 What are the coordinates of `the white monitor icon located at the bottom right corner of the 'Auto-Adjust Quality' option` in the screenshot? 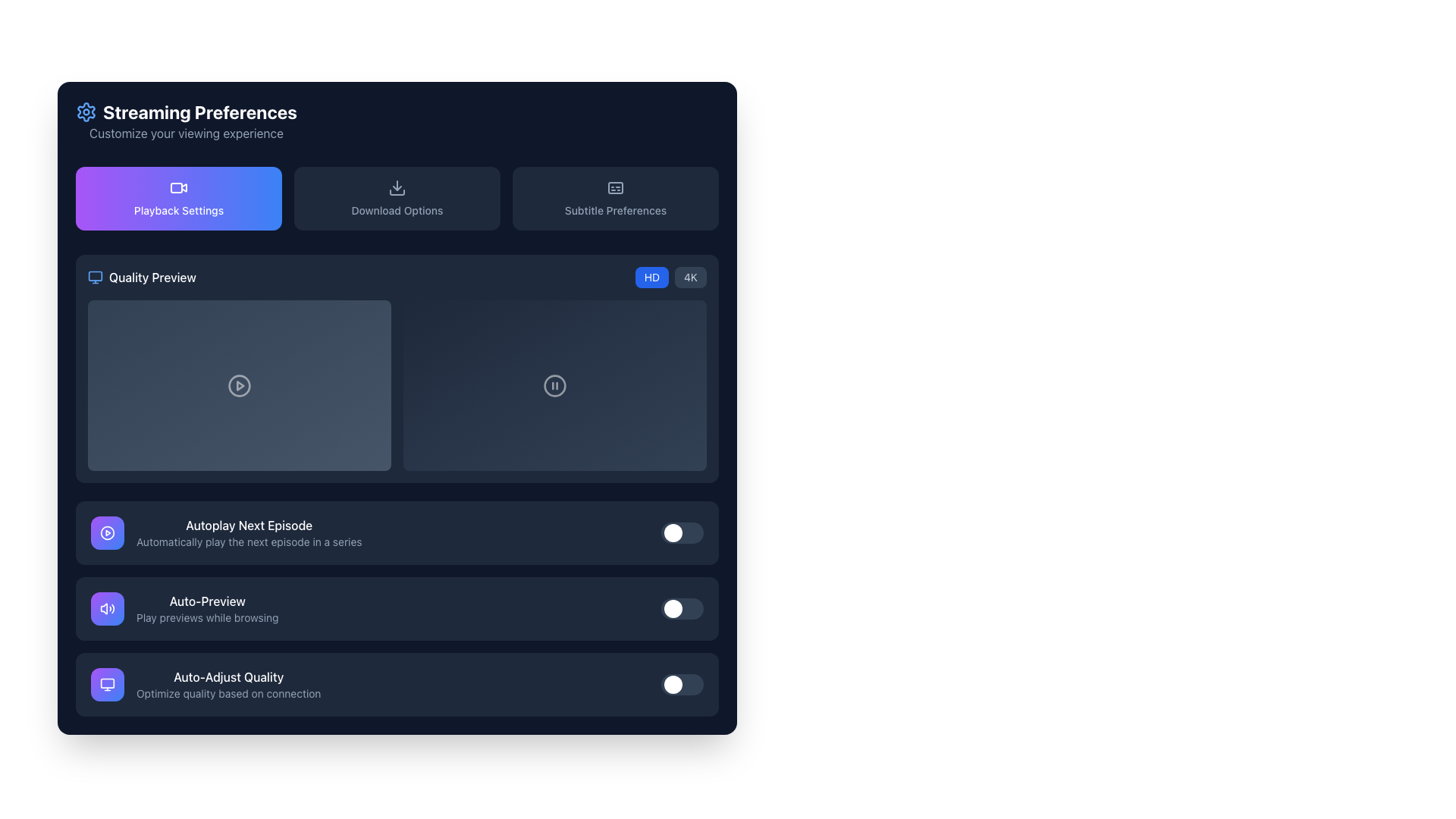 It's located at (107, 684).